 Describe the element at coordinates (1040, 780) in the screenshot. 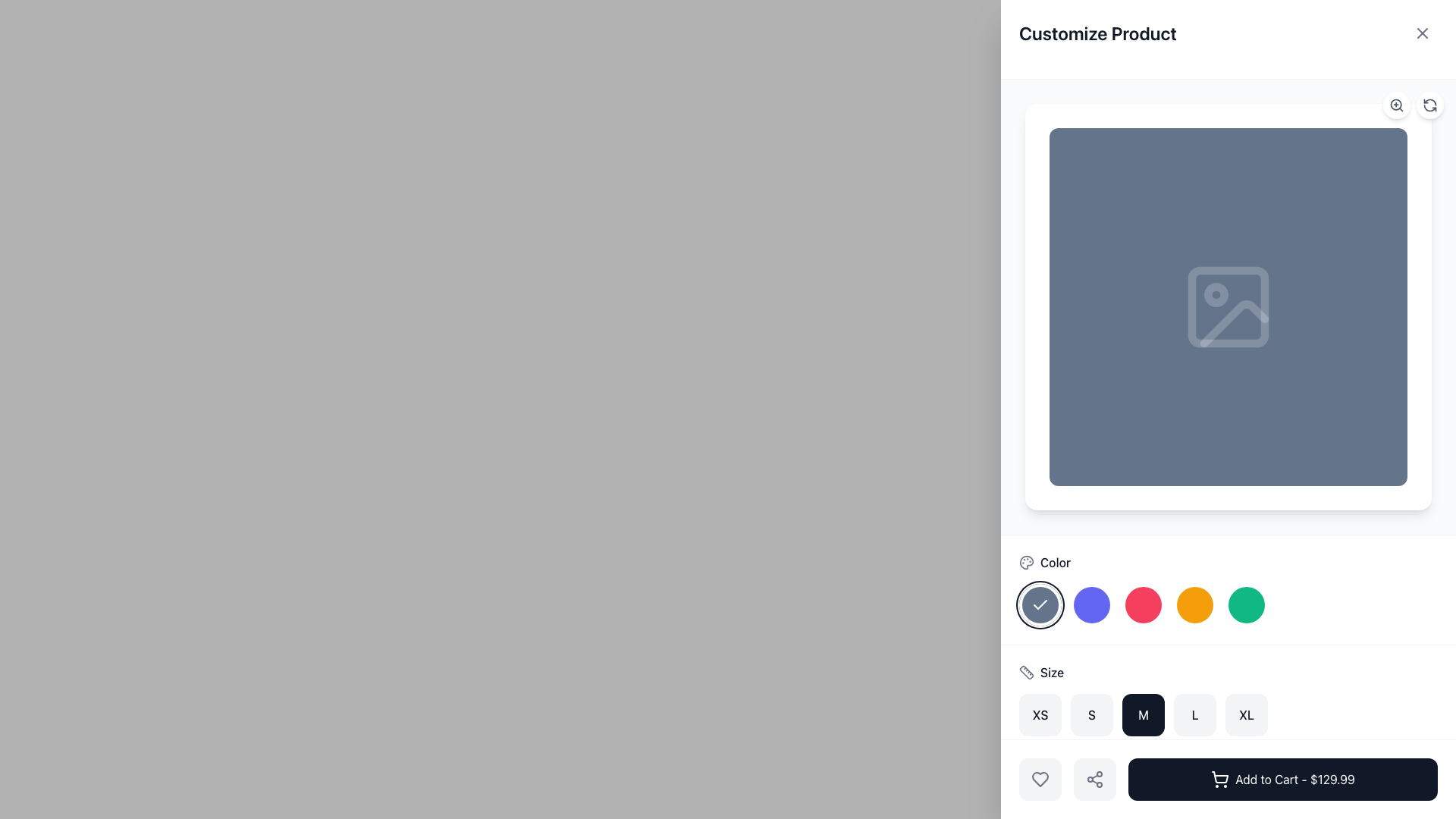

I see `the favoriting icon located at the lower center of the interactive customization panel, beneath the size selection section, to indicate an affinity for the product` at that location.